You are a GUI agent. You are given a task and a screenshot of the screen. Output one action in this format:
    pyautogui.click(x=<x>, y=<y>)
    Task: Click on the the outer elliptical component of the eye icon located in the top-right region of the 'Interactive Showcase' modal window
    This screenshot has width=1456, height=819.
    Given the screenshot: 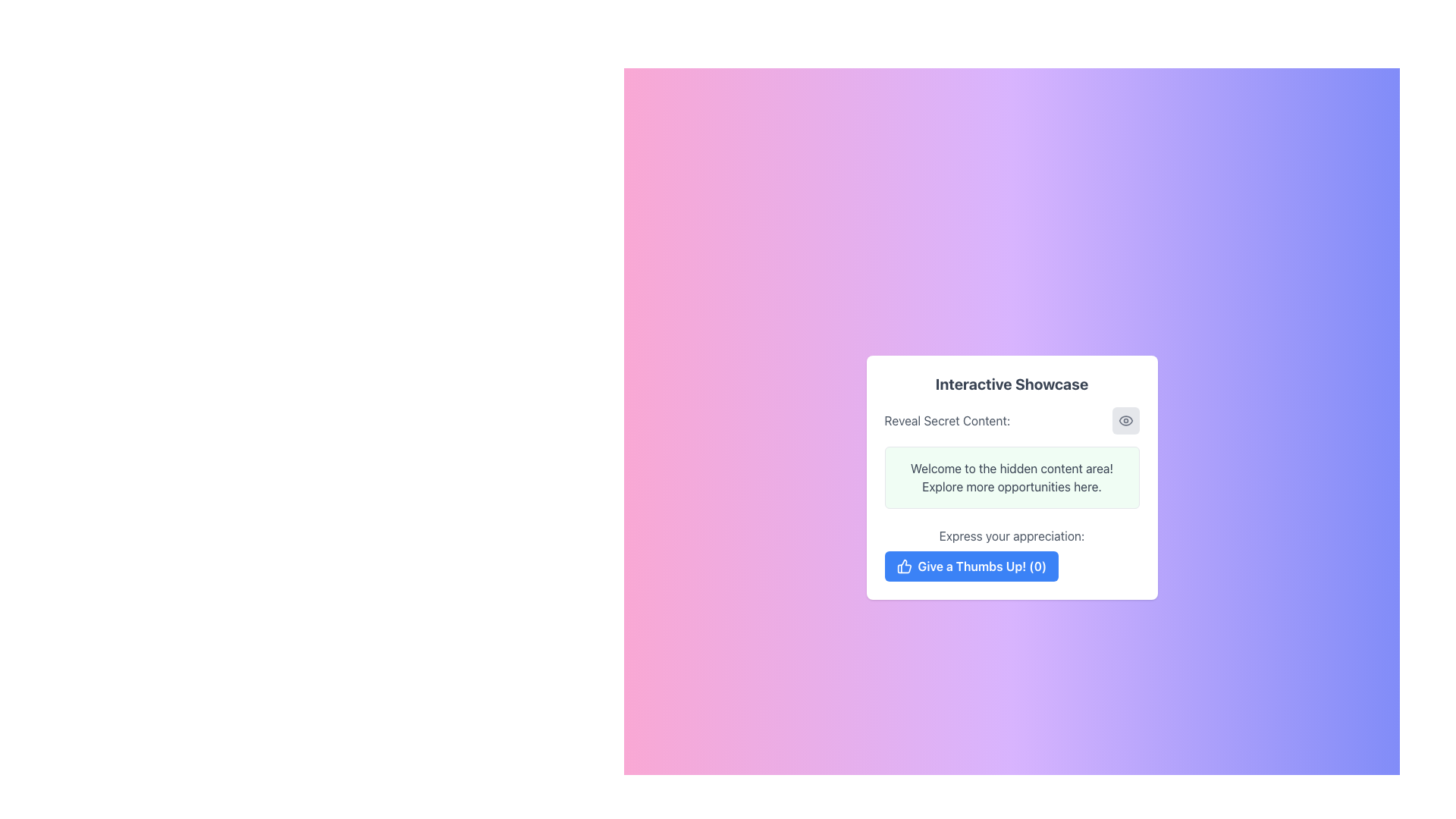 What is the action you would take?
    pyautogui.click(x=1125, y=421)
    